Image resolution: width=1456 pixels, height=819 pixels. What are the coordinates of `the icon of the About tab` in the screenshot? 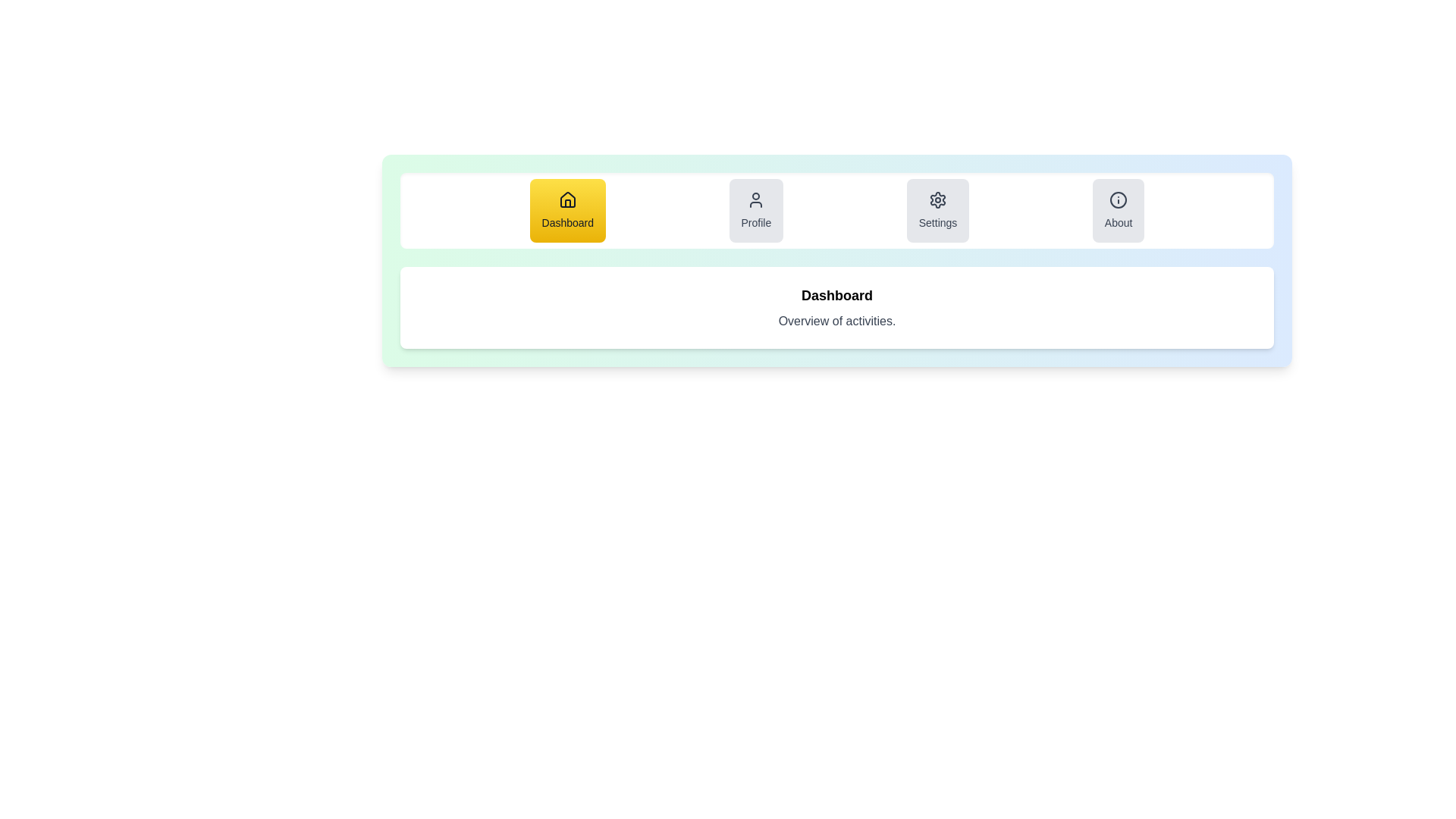 It's located at (1119, 199).